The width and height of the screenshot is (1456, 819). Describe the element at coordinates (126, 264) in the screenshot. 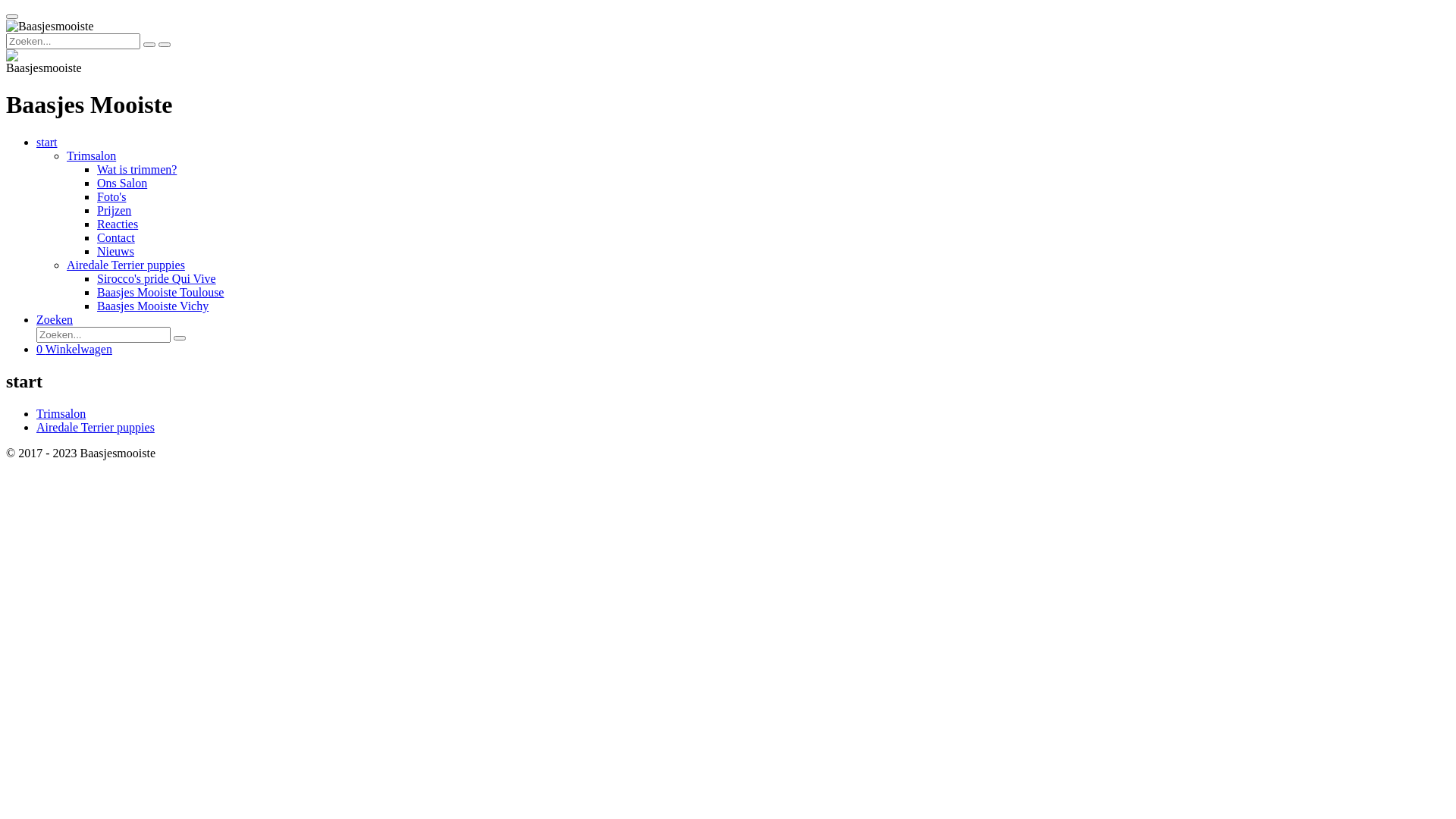

I see `'Airedale Terrier puppies'` at that location.